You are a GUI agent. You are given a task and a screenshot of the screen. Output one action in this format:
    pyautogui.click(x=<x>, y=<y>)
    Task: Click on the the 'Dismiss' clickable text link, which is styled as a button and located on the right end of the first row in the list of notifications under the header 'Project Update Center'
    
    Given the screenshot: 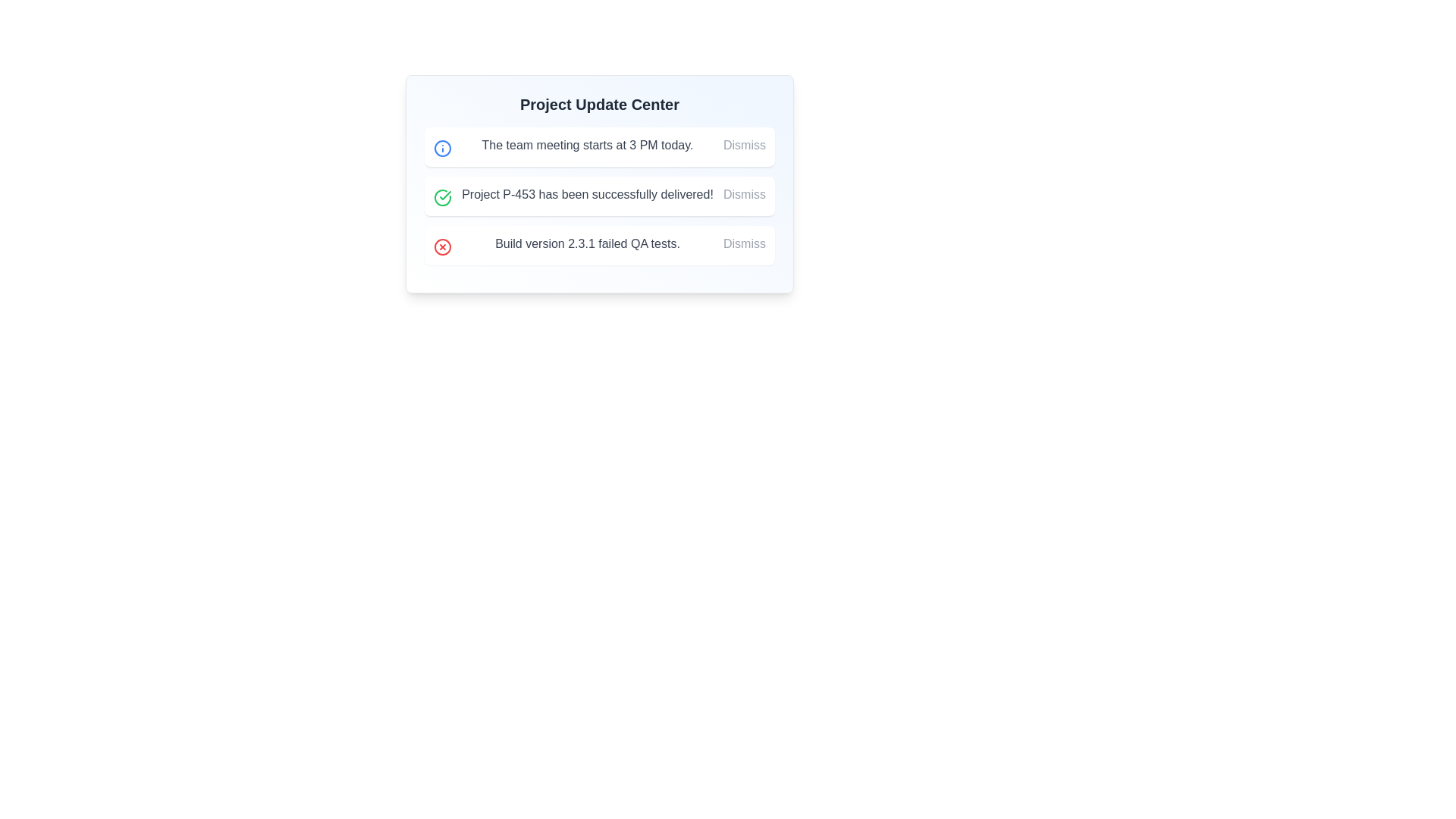 What is the action you would take?
    pyautogui.click(x=745, y=146)
    